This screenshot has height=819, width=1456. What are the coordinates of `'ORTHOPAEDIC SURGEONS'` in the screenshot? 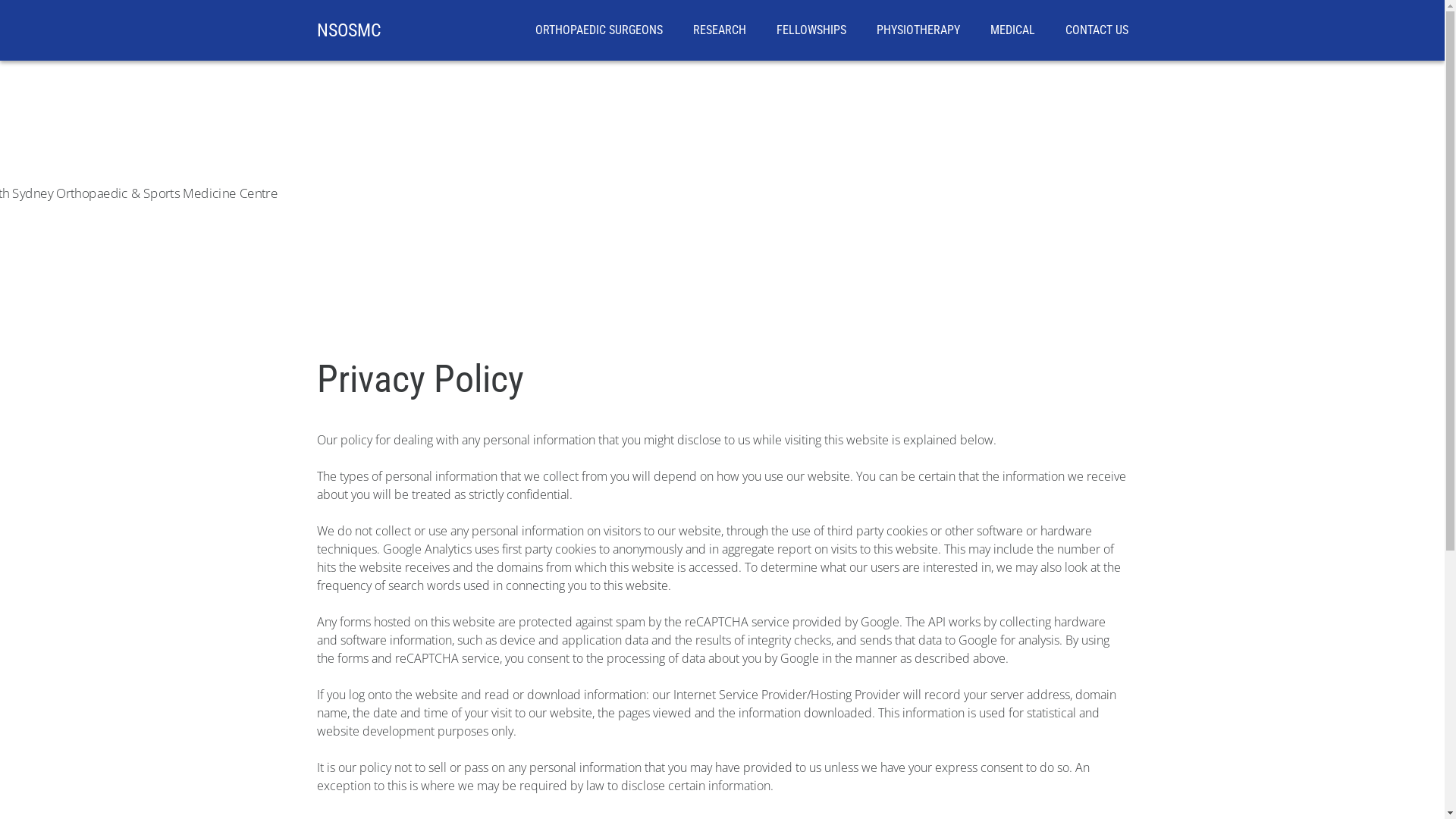 It's located at (598, 30).